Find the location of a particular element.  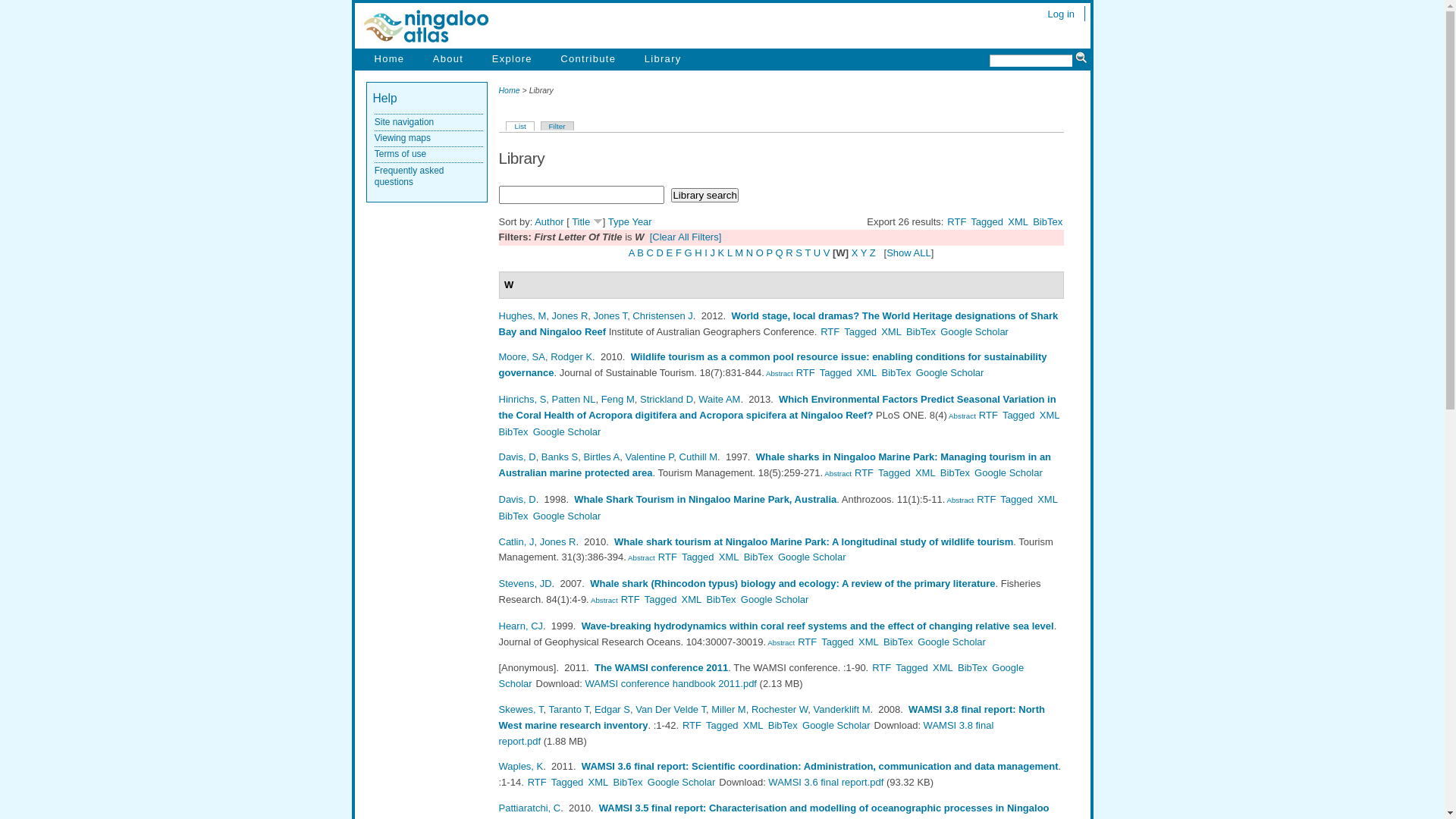

'D' is located at coordinates (656, 252).